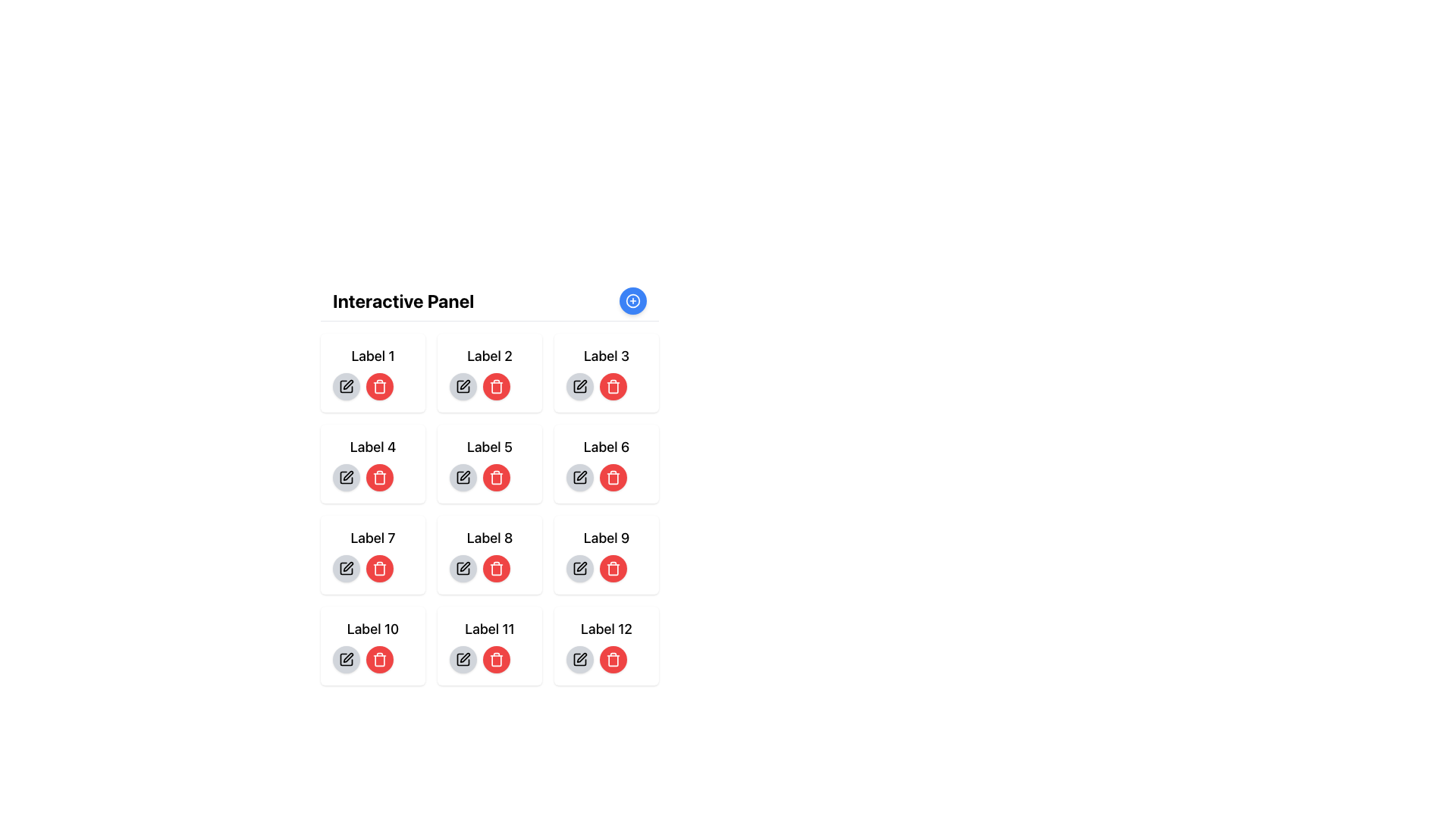 The width and height of the screenshot is (1456, 819). Describe the element at coordinates (372, 447) in the screenshot. I see `on the text label displaying 'Label 4' located inside the fourth card of the grid layout, positioned in the leftmost column of the second row` at that location.